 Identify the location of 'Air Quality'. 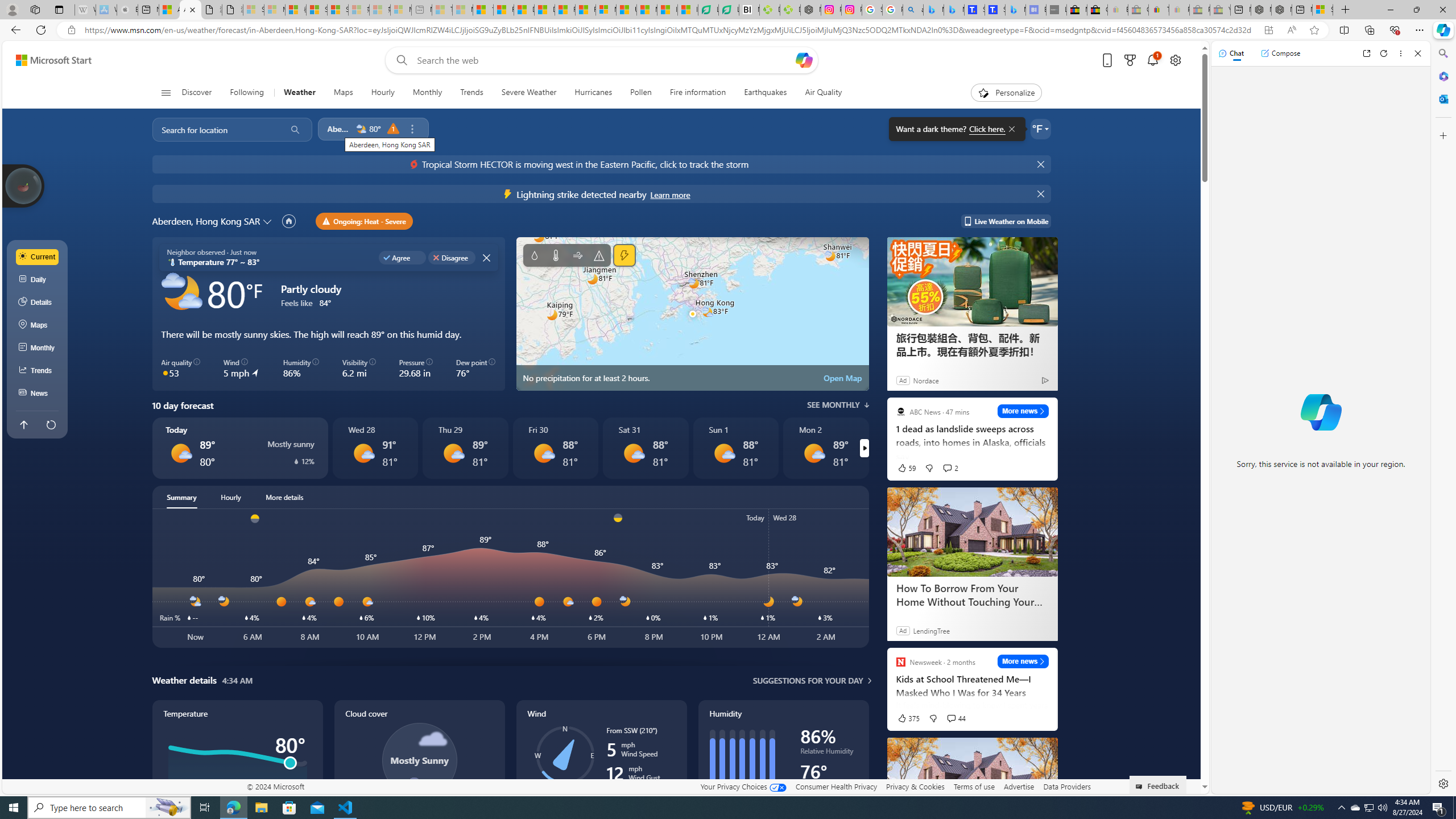
(818, 92).